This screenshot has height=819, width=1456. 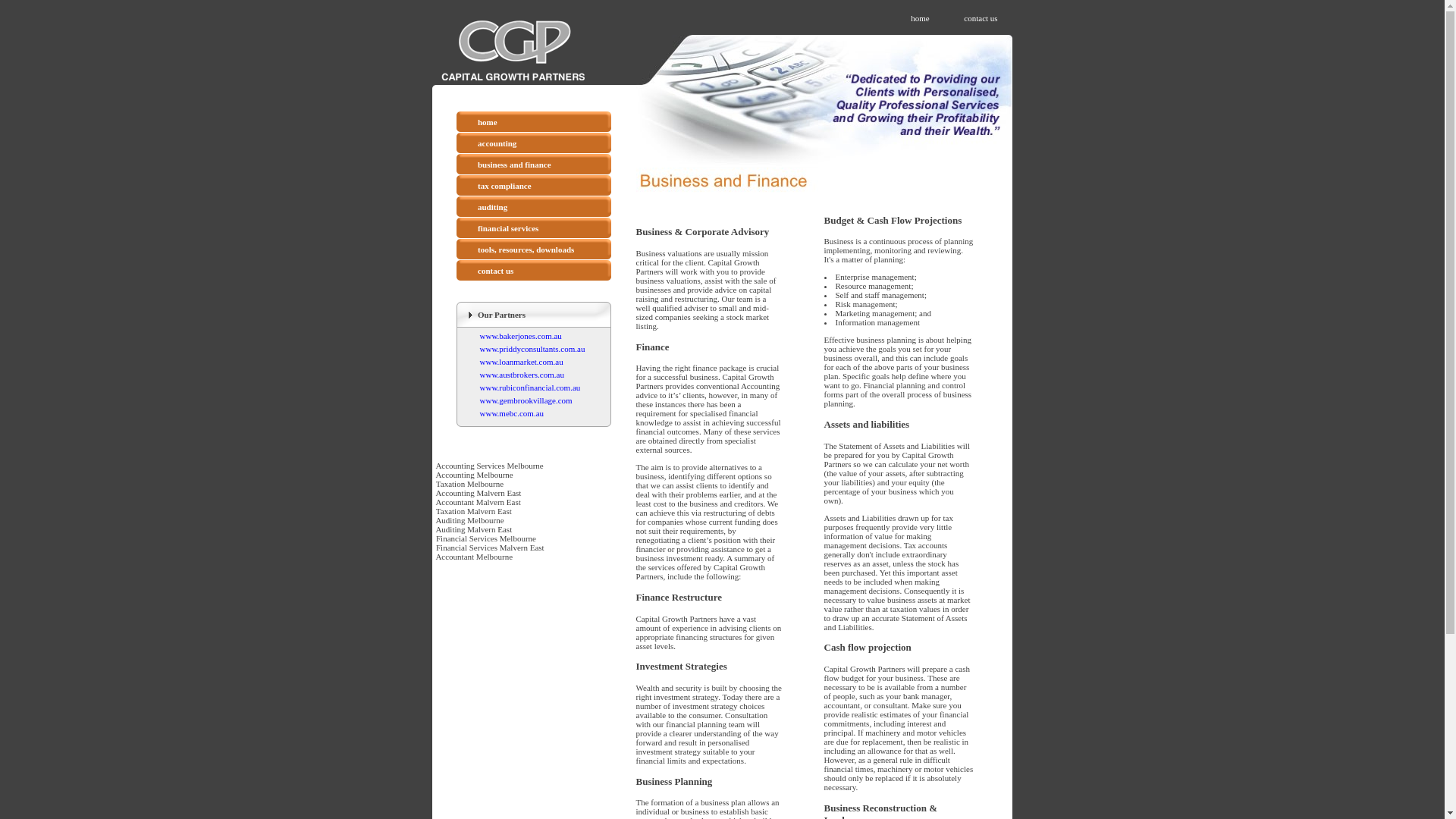 What do you see at coordinates (526, 248) in the screenshot?
I see `'tools, resources, downloads'` at bounding box center [526, 248].